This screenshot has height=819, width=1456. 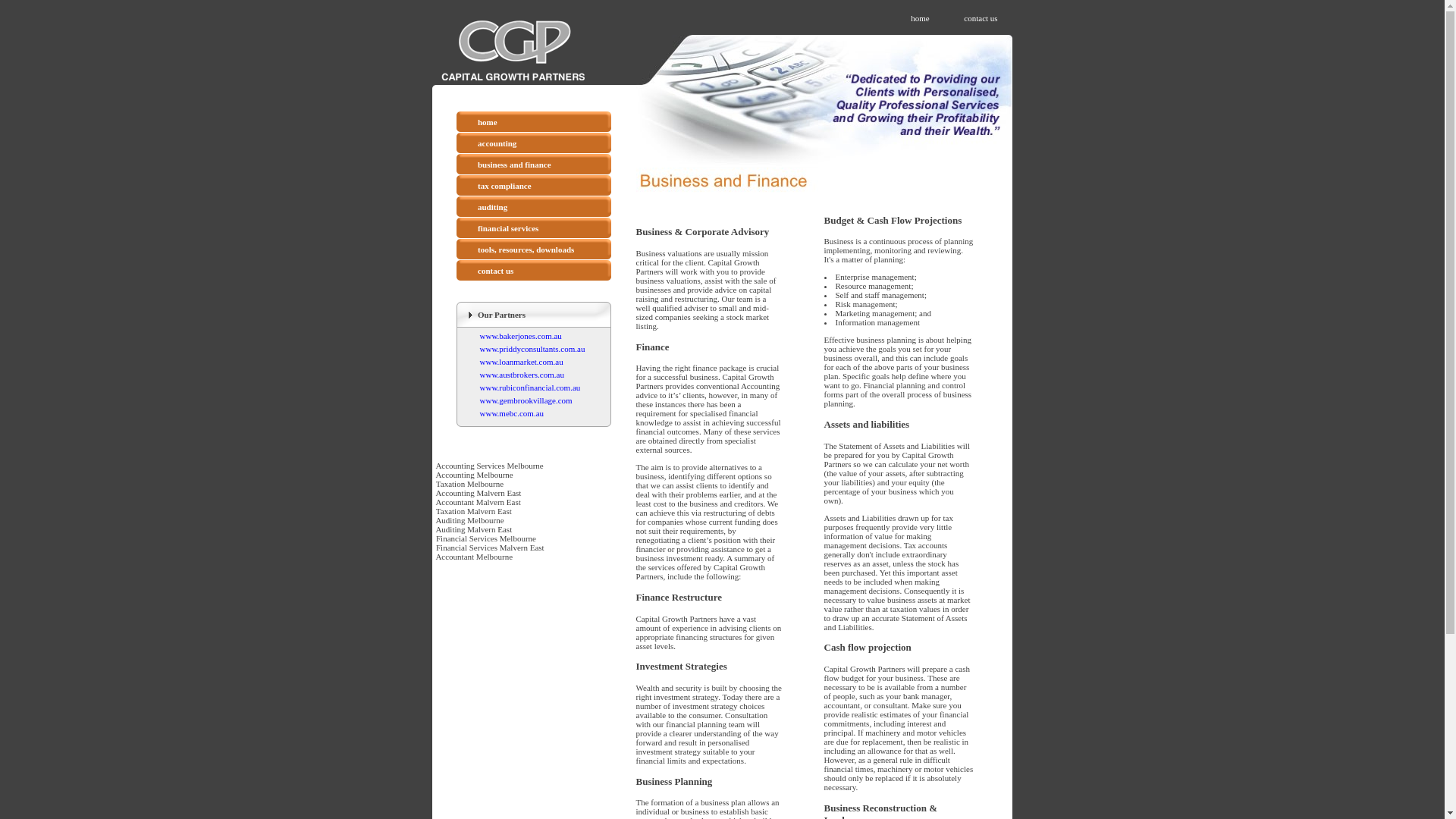 What do you see at coordinates (526, 248) in the screenshot?
I see `'tools, resources, downloads'` at bounding box center [526, 248].